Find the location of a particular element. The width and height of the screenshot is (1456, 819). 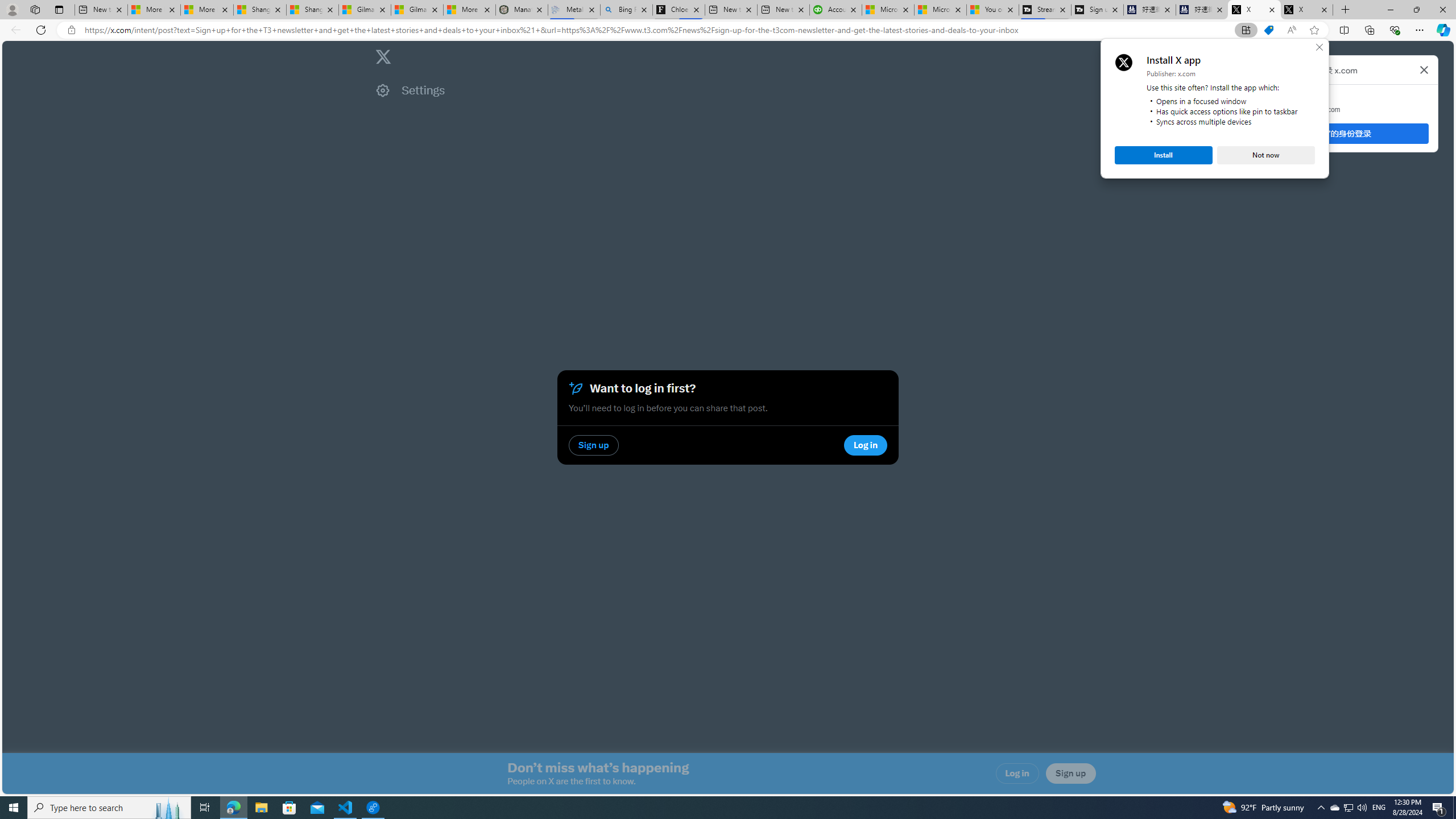

'Class: Bz112c Bz112c-r9oPif' is located at coordinates (1423, 69).